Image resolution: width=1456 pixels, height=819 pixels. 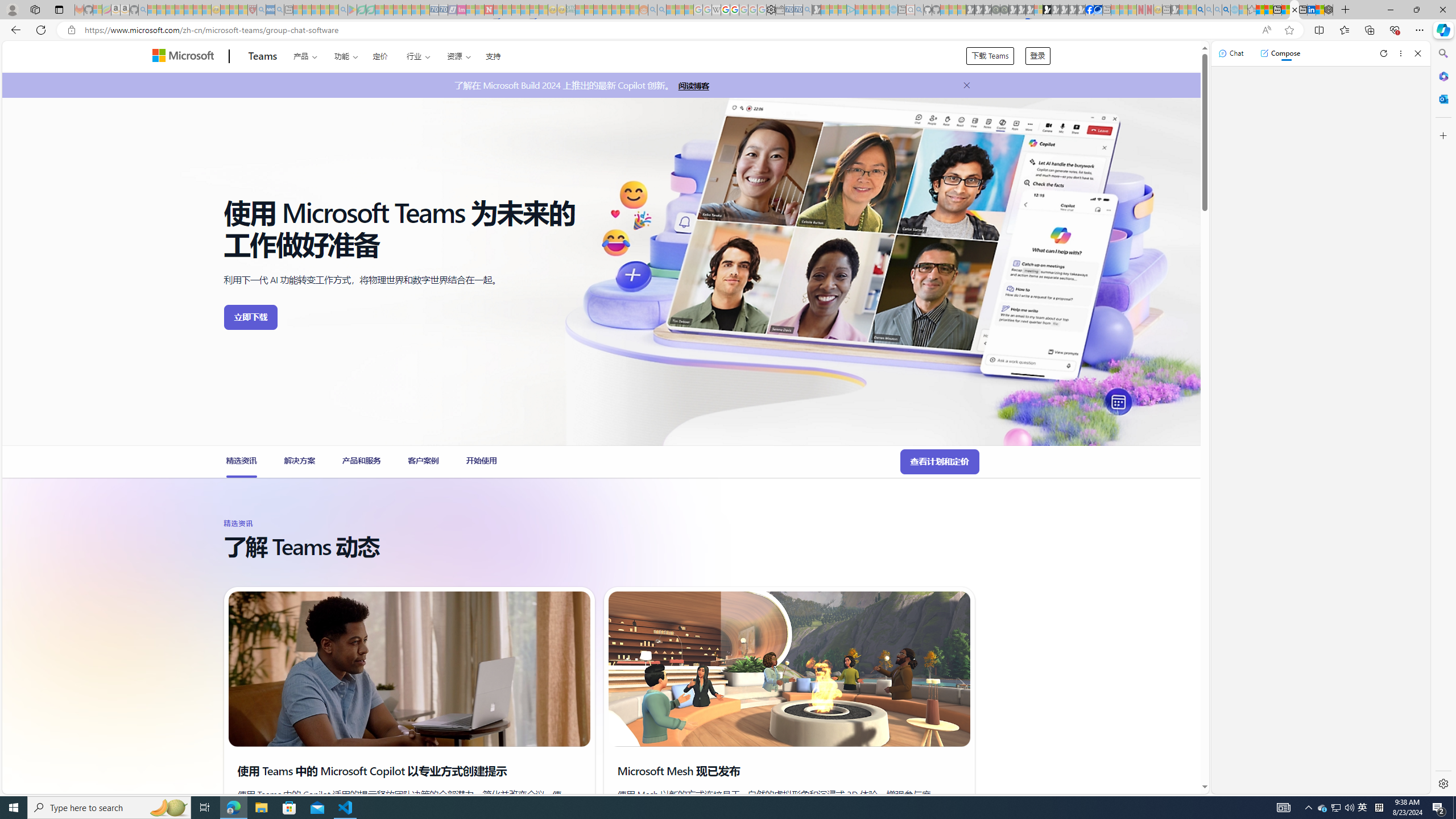 I want to click on 'The Weather Channel - MSN - Sleeping', so click(x=169, y=9).